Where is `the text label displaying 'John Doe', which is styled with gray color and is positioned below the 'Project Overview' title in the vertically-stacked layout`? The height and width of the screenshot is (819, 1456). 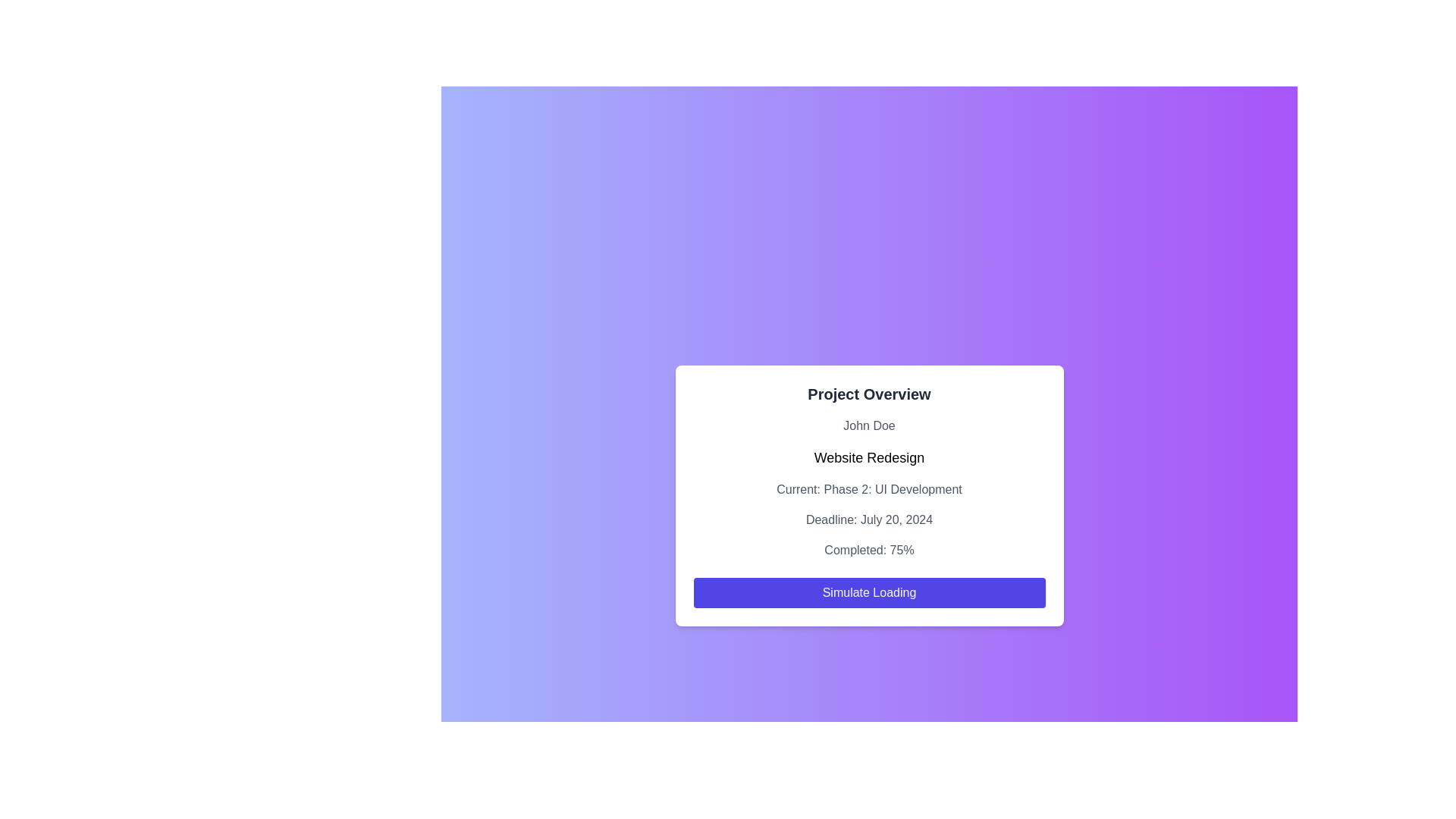
the text label displaying 'John Doe', which is styled with gray color and is positioned below the 'Project Overview' title in the vertically-stacked layout is located at coordinates (869, 426).